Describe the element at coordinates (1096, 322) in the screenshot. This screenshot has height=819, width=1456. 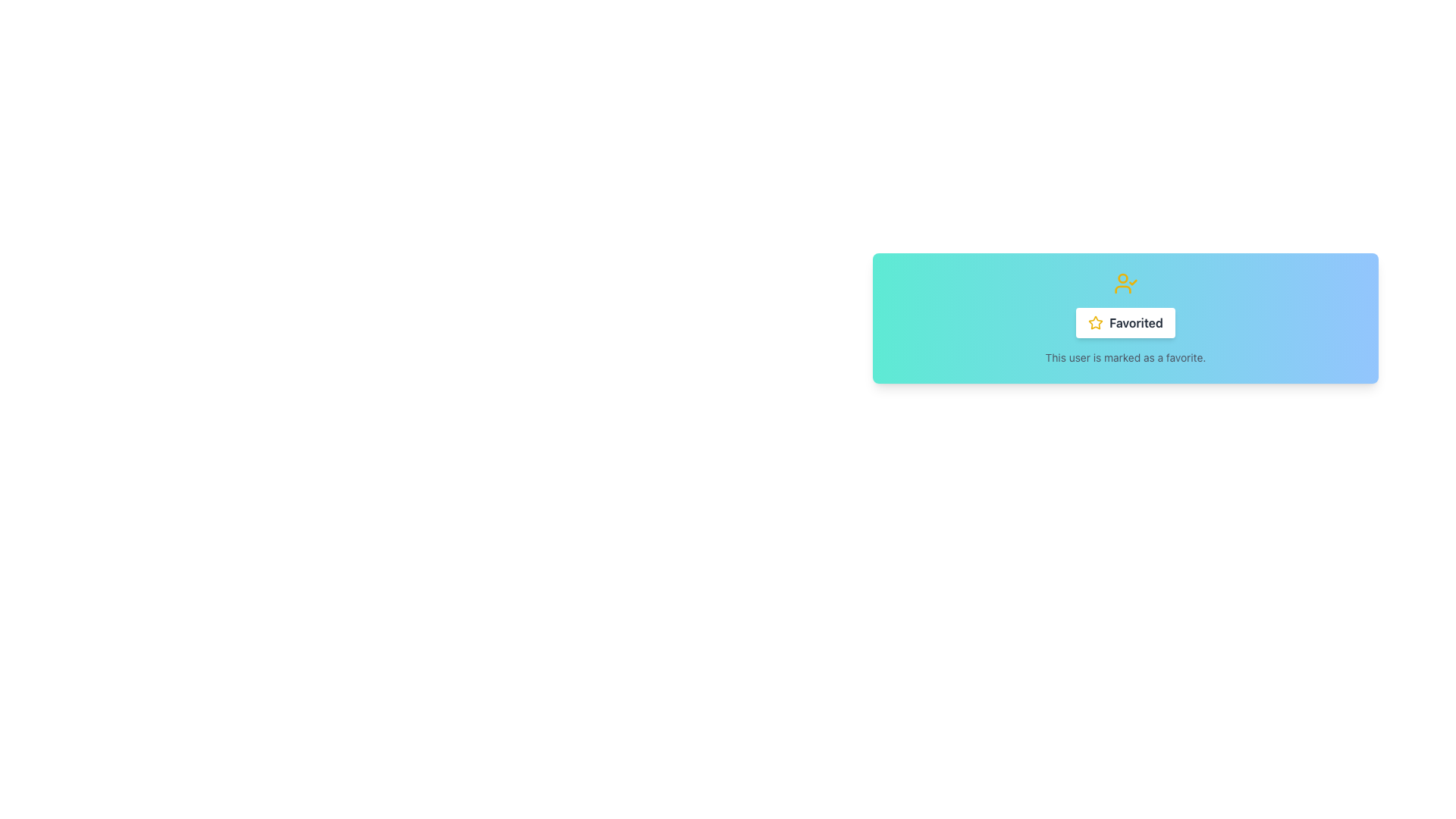
I see `the 'favorite' status icon, which is the leftmost icon in a group, visually representing the 'favorited' status next to the label 'Favorited'` at that location.